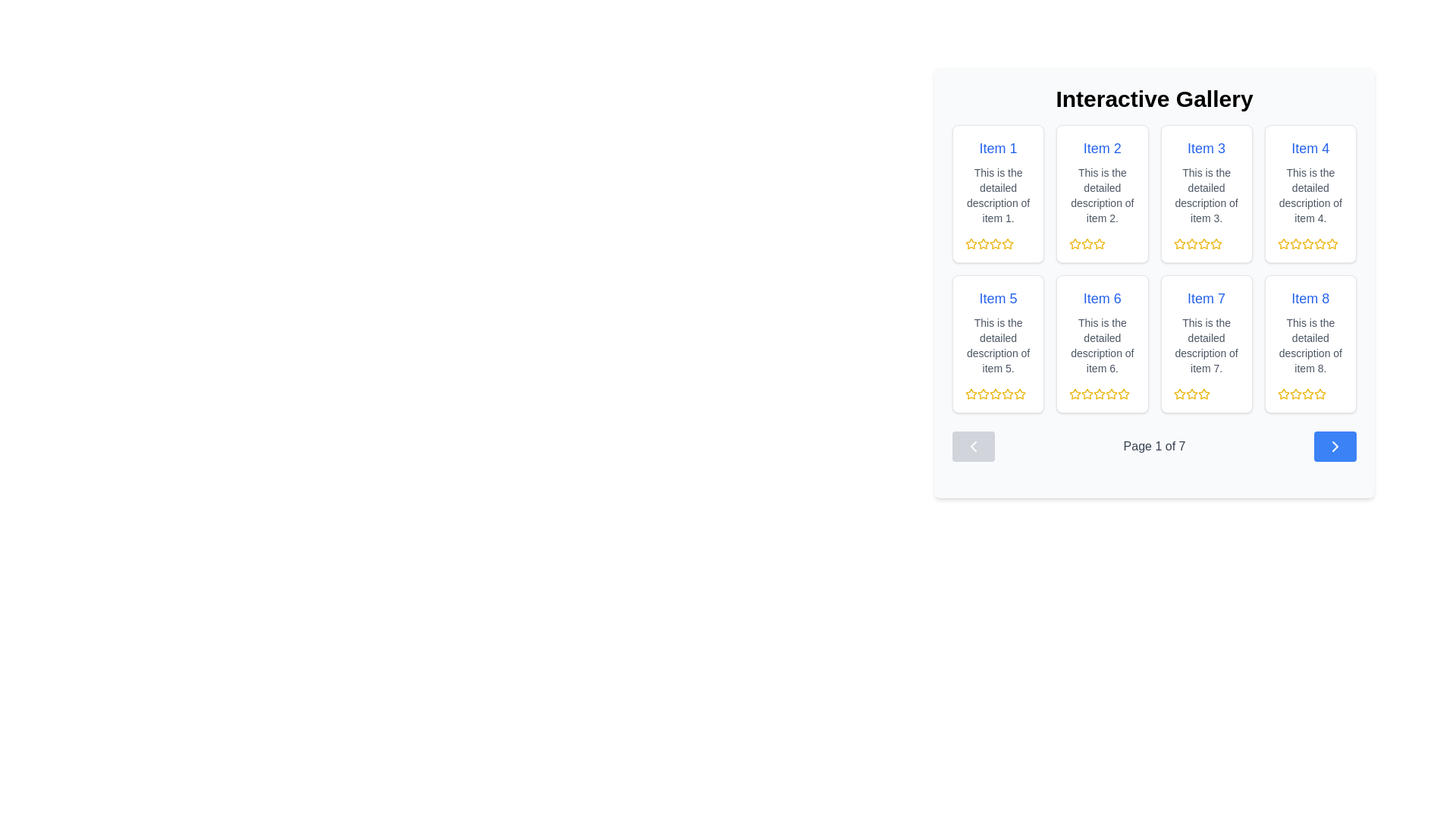  I want to click on the fourth star icon, which is a yellow star symbol with outlined strokes, to rate the item in the 'Interactive Gallery', so click(1282, 243).